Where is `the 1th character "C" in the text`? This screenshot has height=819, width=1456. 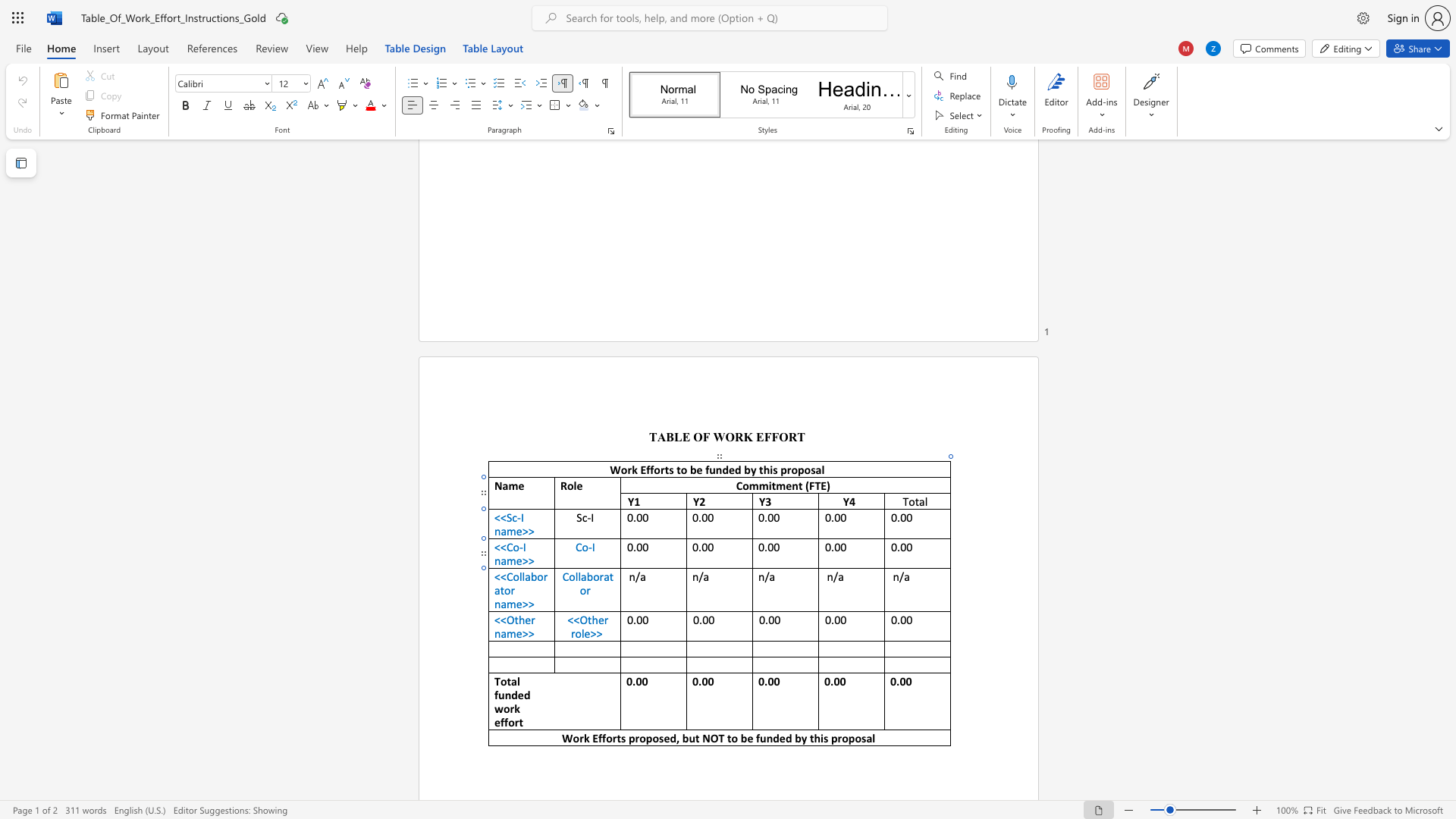
the 1th character "C" in the text is located at coordinates (565, 576).